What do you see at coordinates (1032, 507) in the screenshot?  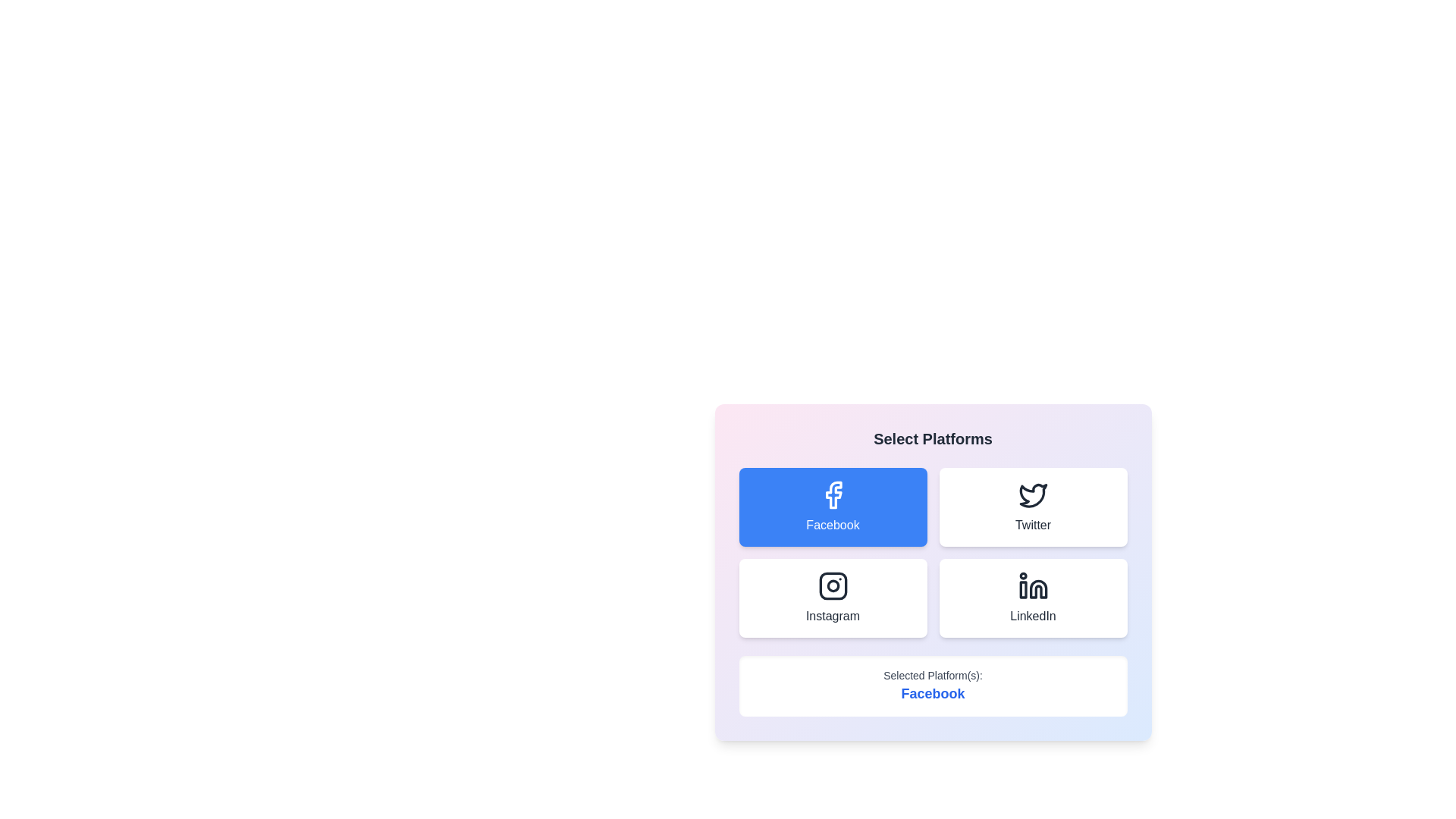 I see `the button corresponding to Twitter` at bounding box center [1032, 507].